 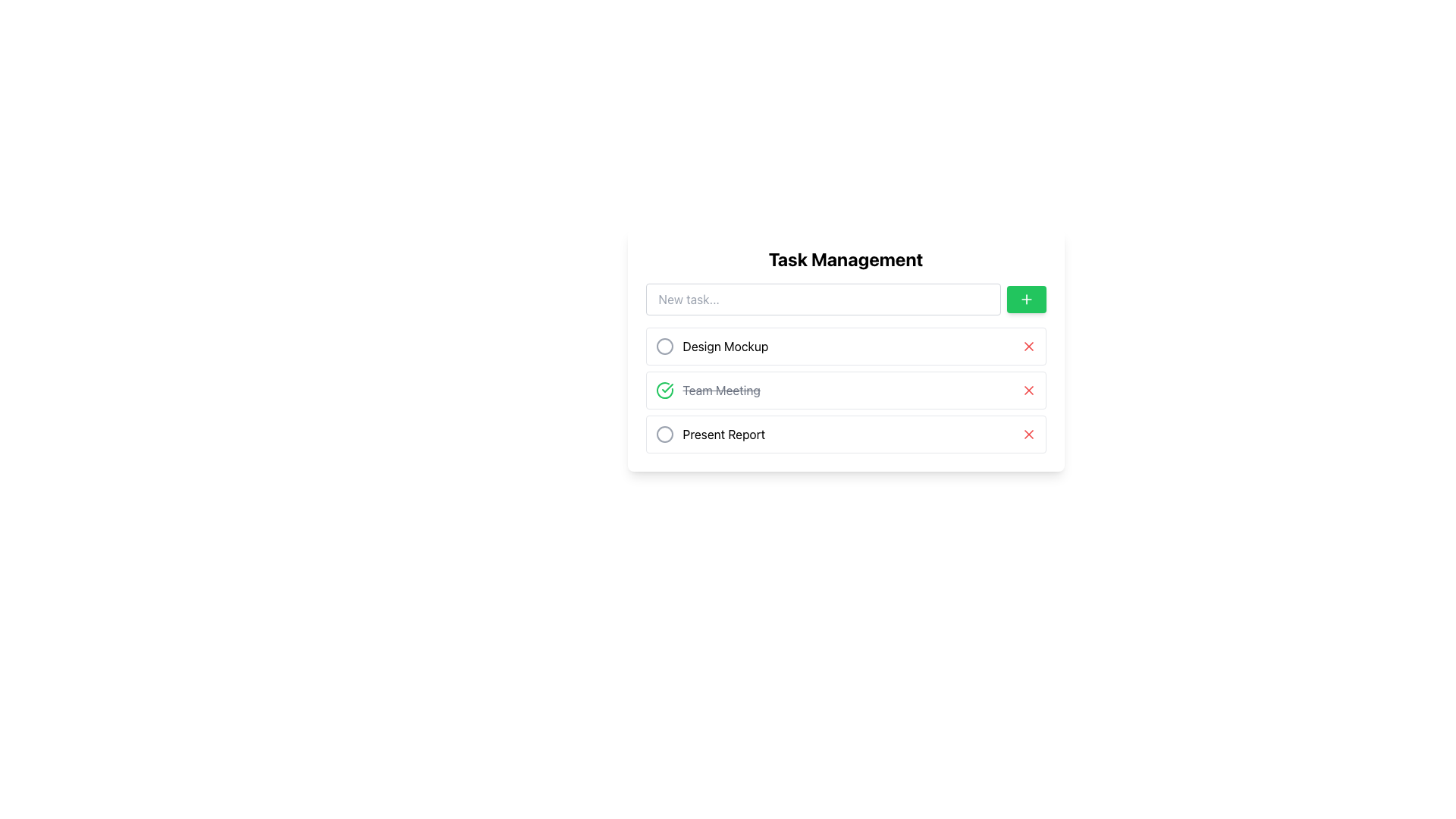 What do you see at coordinates (723, 435) in the screenshot?
I see `title of the task indicated by the text label that is the third item in the task list below 'Team Meeting'` at bounding box center [723, 435].